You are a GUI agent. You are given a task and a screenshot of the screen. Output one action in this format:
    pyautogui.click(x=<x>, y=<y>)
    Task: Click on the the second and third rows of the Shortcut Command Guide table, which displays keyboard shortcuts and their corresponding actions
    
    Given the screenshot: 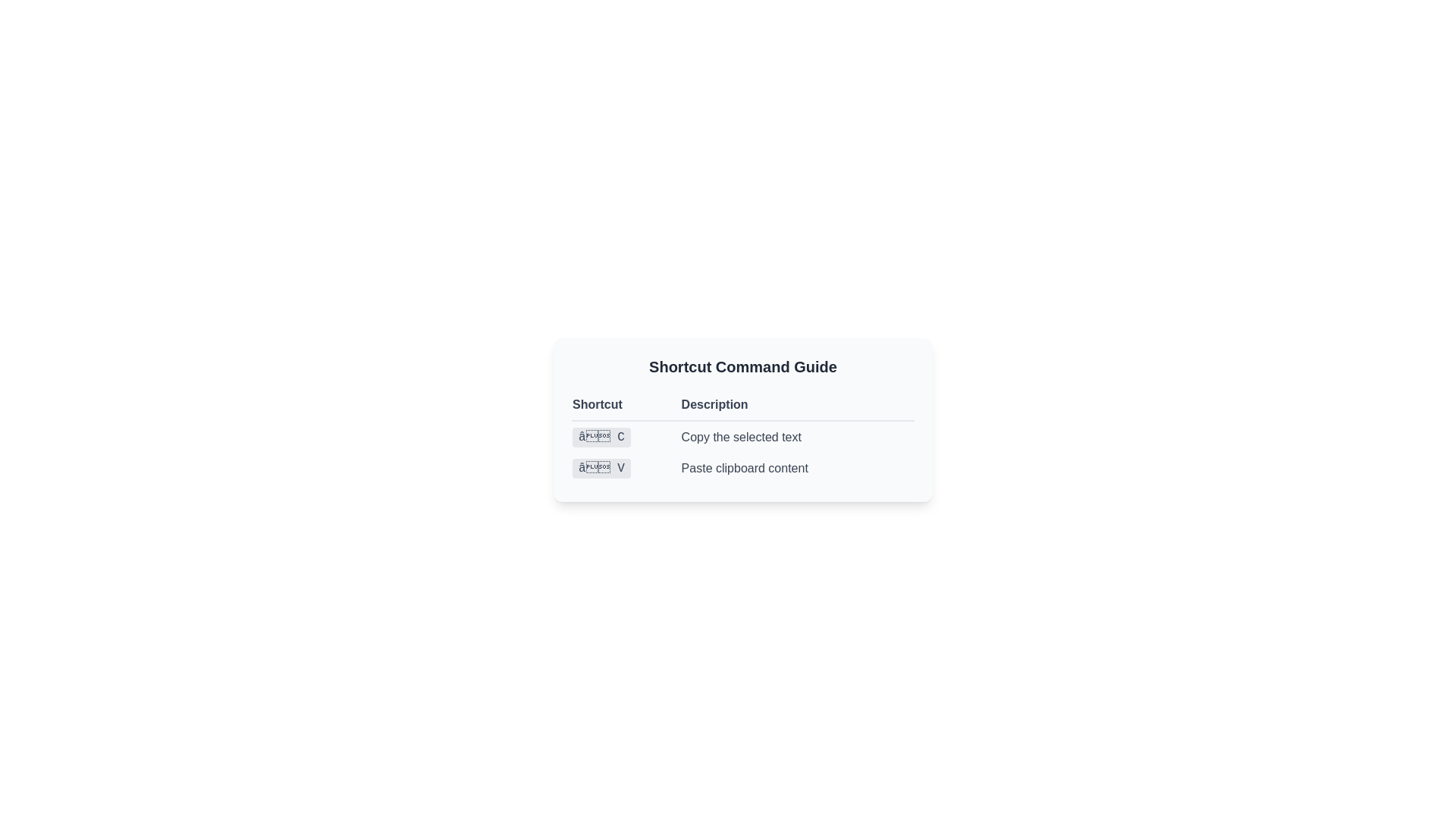 What is the action you would take?
    pyautogui.click(x=742, y=451)
    